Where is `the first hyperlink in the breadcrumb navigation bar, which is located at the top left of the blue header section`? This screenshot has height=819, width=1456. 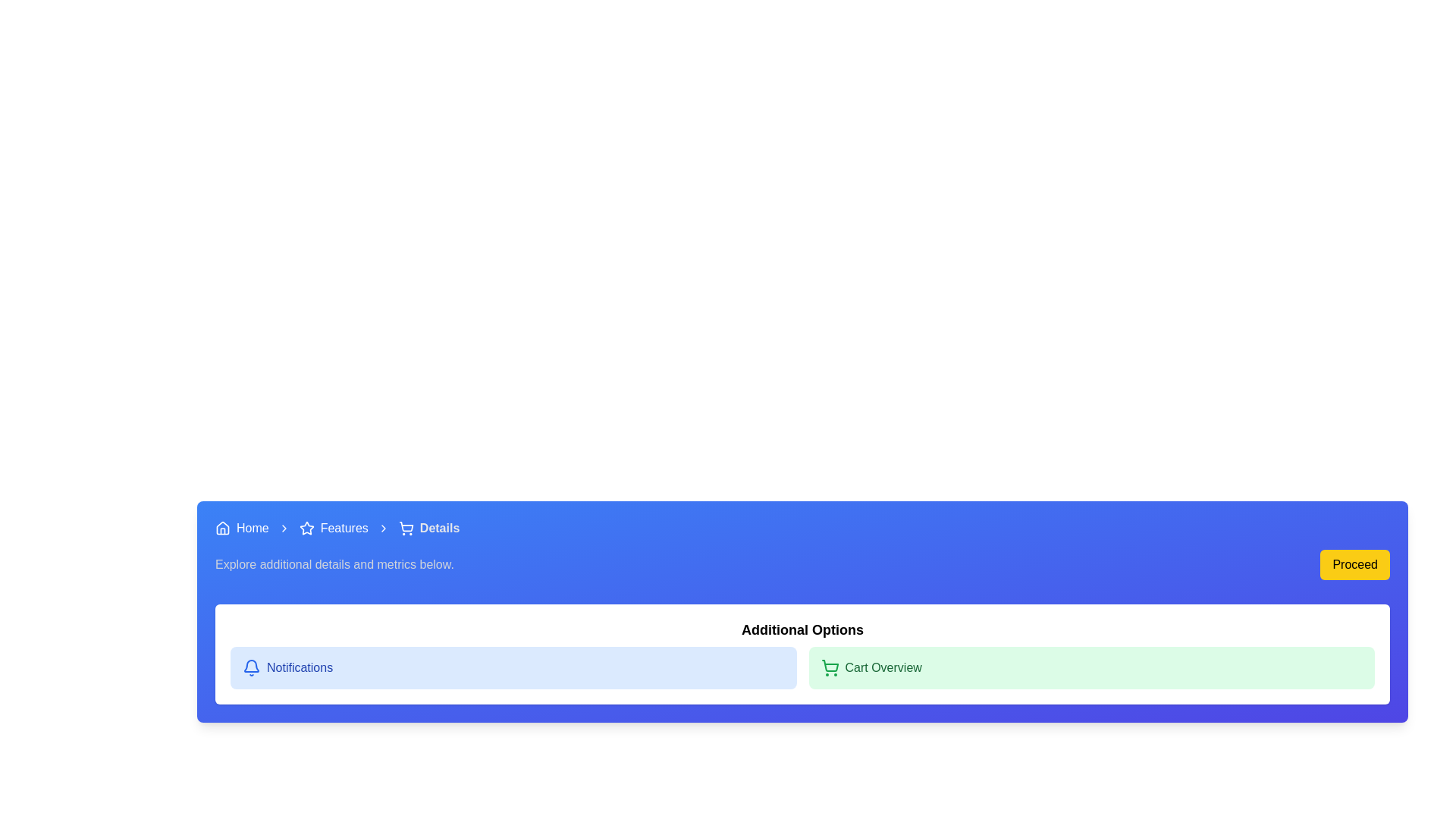
the first hyperlink in the breadcrumb navigation bar, which is located at the top left of the blue header section is located at coordinates (241, 528).